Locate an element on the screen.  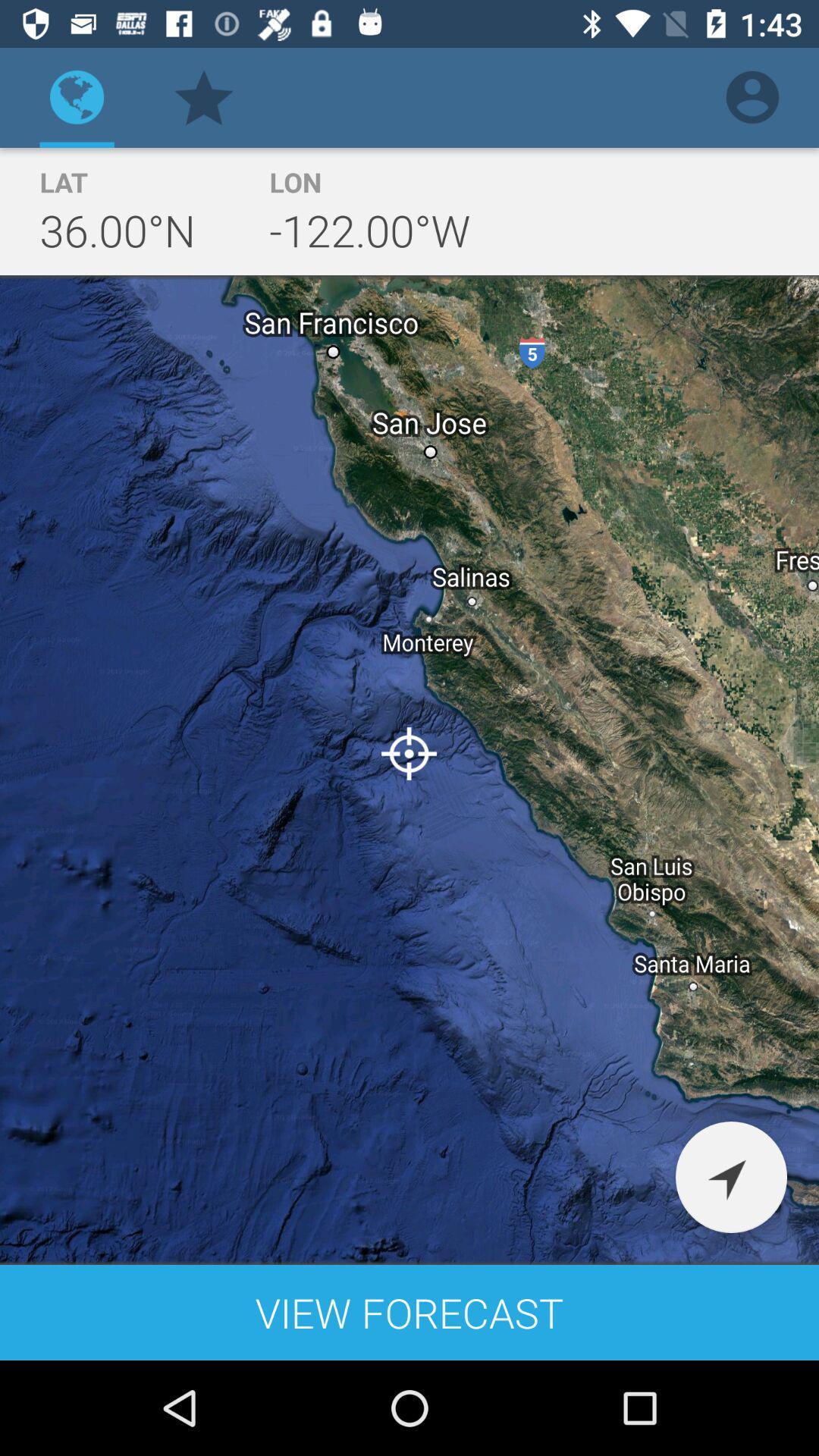
the view forecast icon is located at coordinates (409, 1312).